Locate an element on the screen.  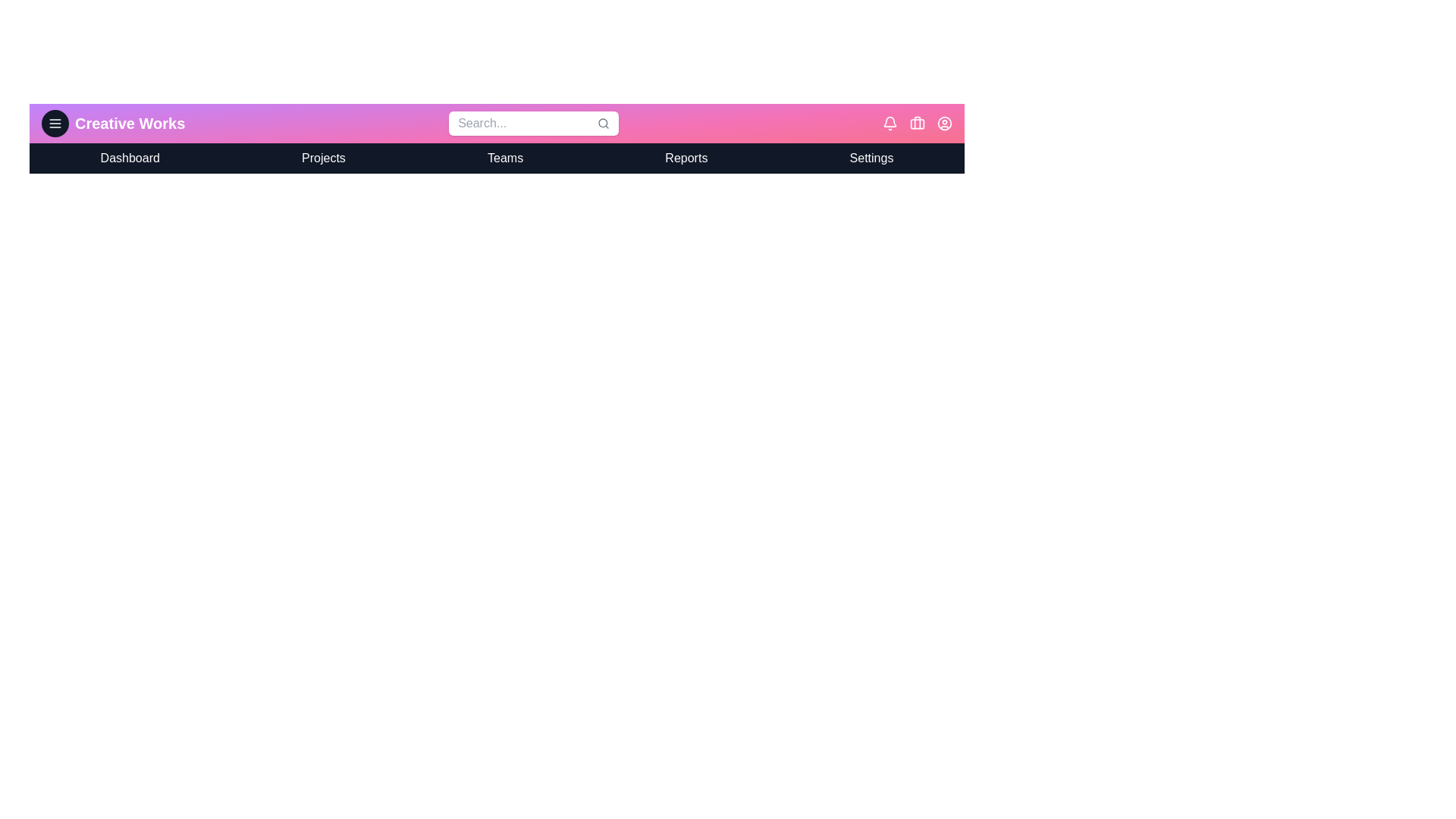
the circular button with the menu icon to toggle the menu visibility is located at coordinates (55, 122).